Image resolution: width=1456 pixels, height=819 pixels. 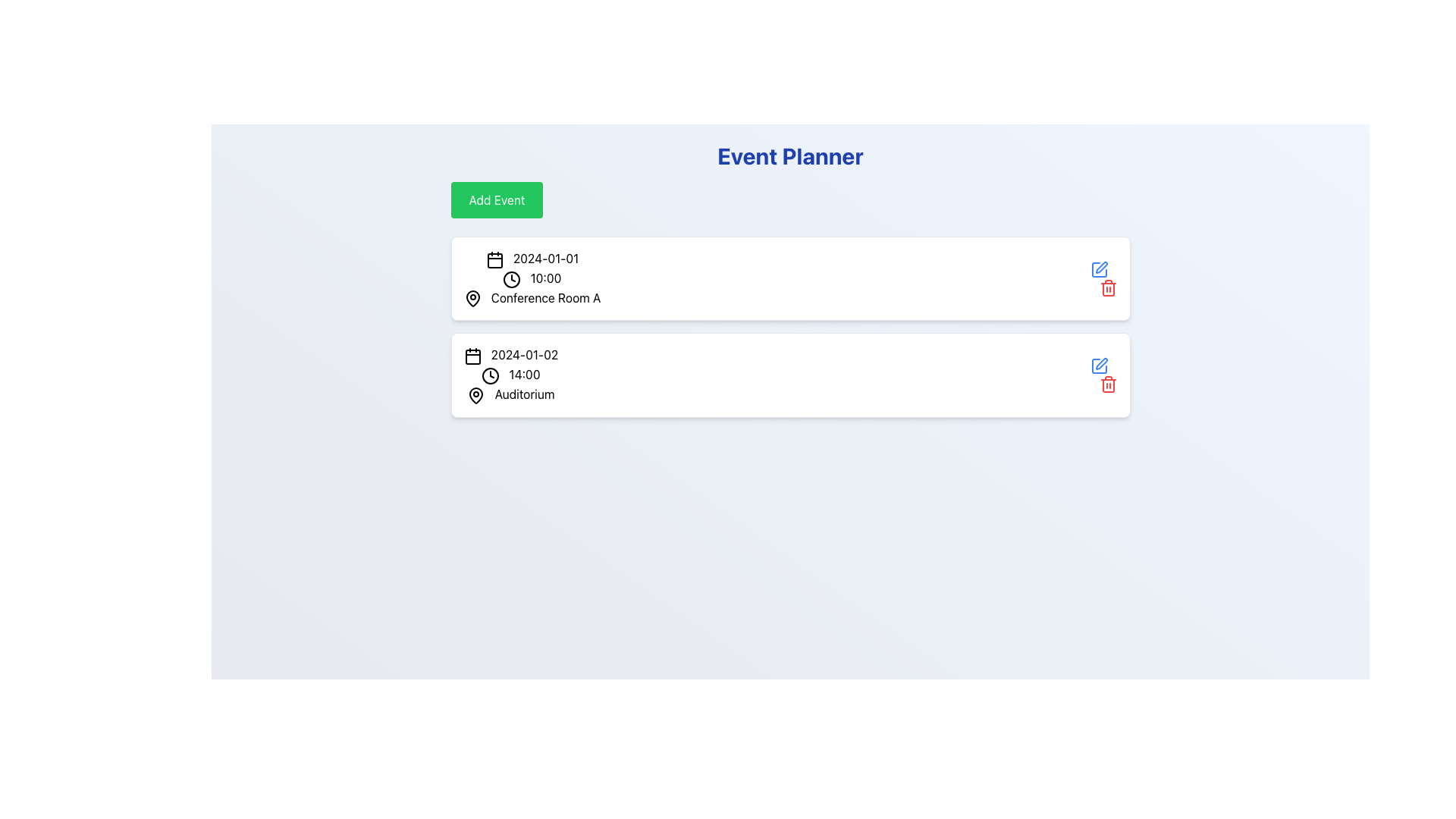 What do you see at coordinates (512, 279) in the screenshot?
I see `the minimalistic clock icon that is positioned to the left of the '10:00' text in the top event block` at bounding box center [512, 279].